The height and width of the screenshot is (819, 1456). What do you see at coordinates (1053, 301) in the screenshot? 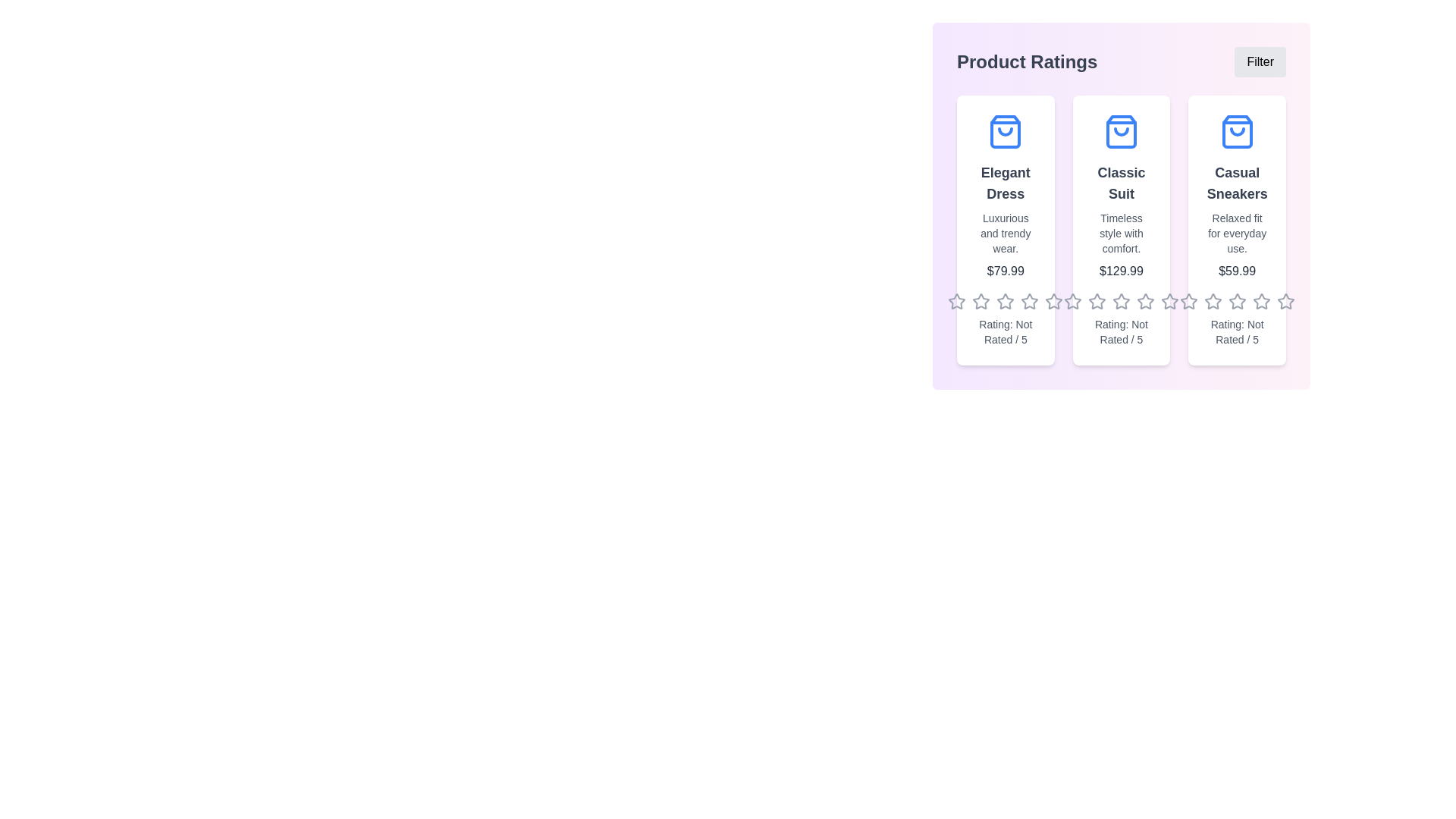
I see `the rating of a product to 5 stars by clicking on the respective star in the product's rating section` at bounding box center [1053, 301].